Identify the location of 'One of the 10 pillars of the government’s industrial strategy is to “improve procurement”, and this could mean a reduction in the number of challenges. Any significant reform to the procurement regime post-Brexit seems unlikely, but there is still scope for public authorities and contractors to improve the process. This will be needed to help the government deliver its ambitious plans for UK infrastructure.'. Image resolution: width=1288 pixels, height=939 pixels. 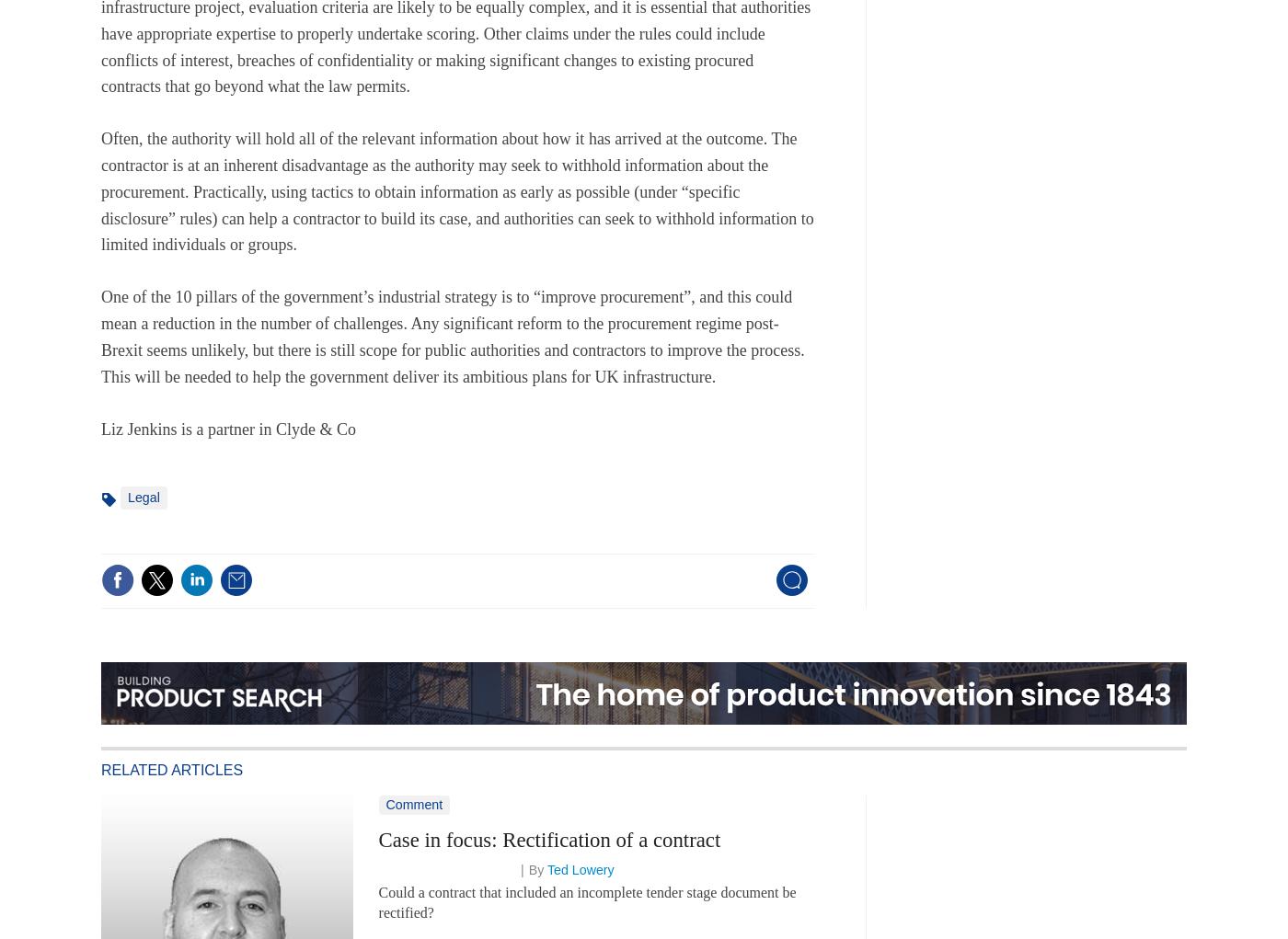
(452, 337).